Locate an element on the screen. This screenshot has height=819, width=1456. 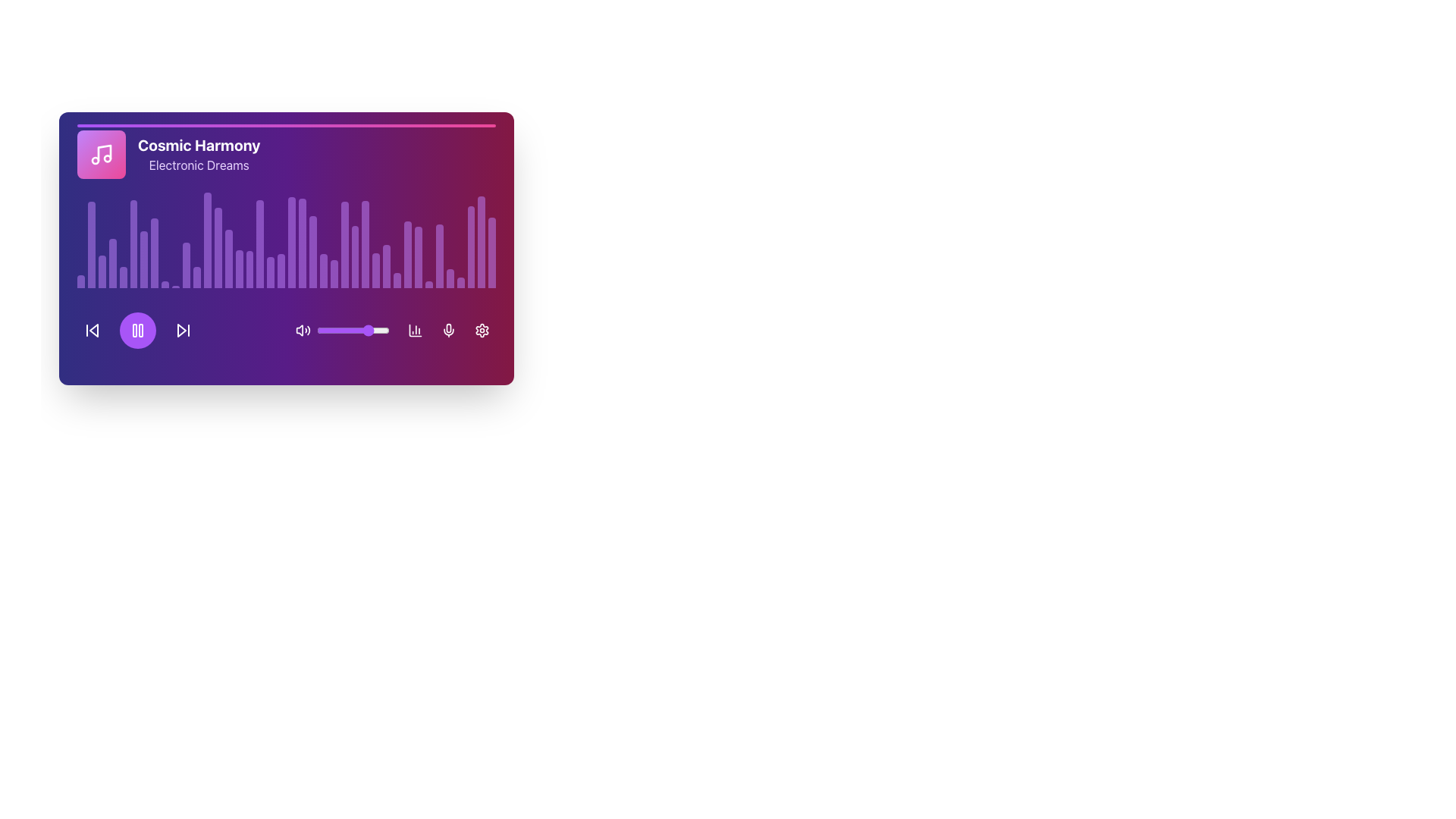
the 36th vertical purple data visualization bar in the audio visualization graph is located at coordinates (492, 252).